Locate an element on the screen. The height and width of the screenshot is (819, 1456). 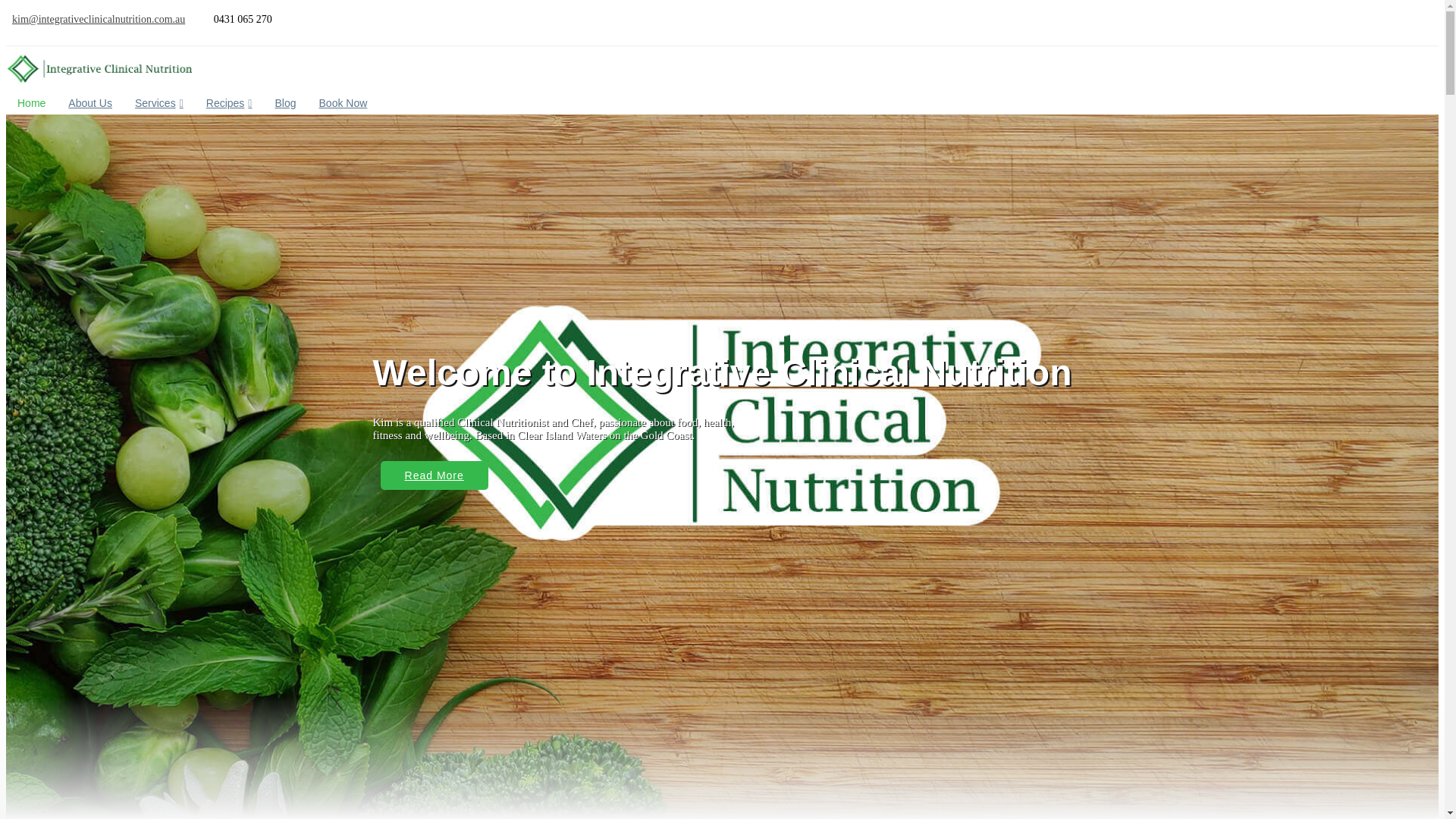
'kim@integrativeclinicalnutrition.com.au' is located at coordinates (97, 19).